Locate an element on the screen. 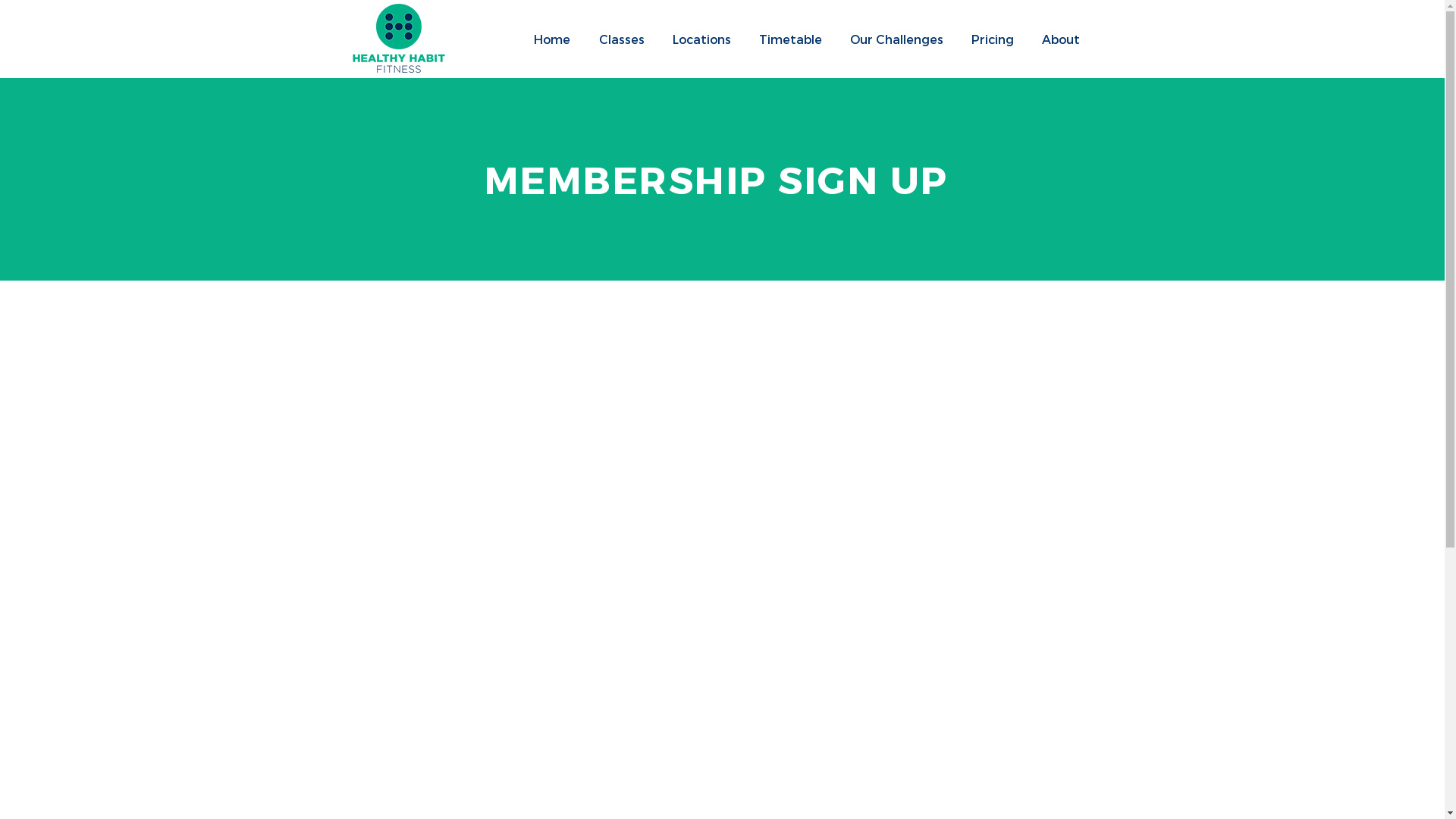 The height and width of the screenshot is (819, 1456). 'Home' is located at coordinates (519, 38).